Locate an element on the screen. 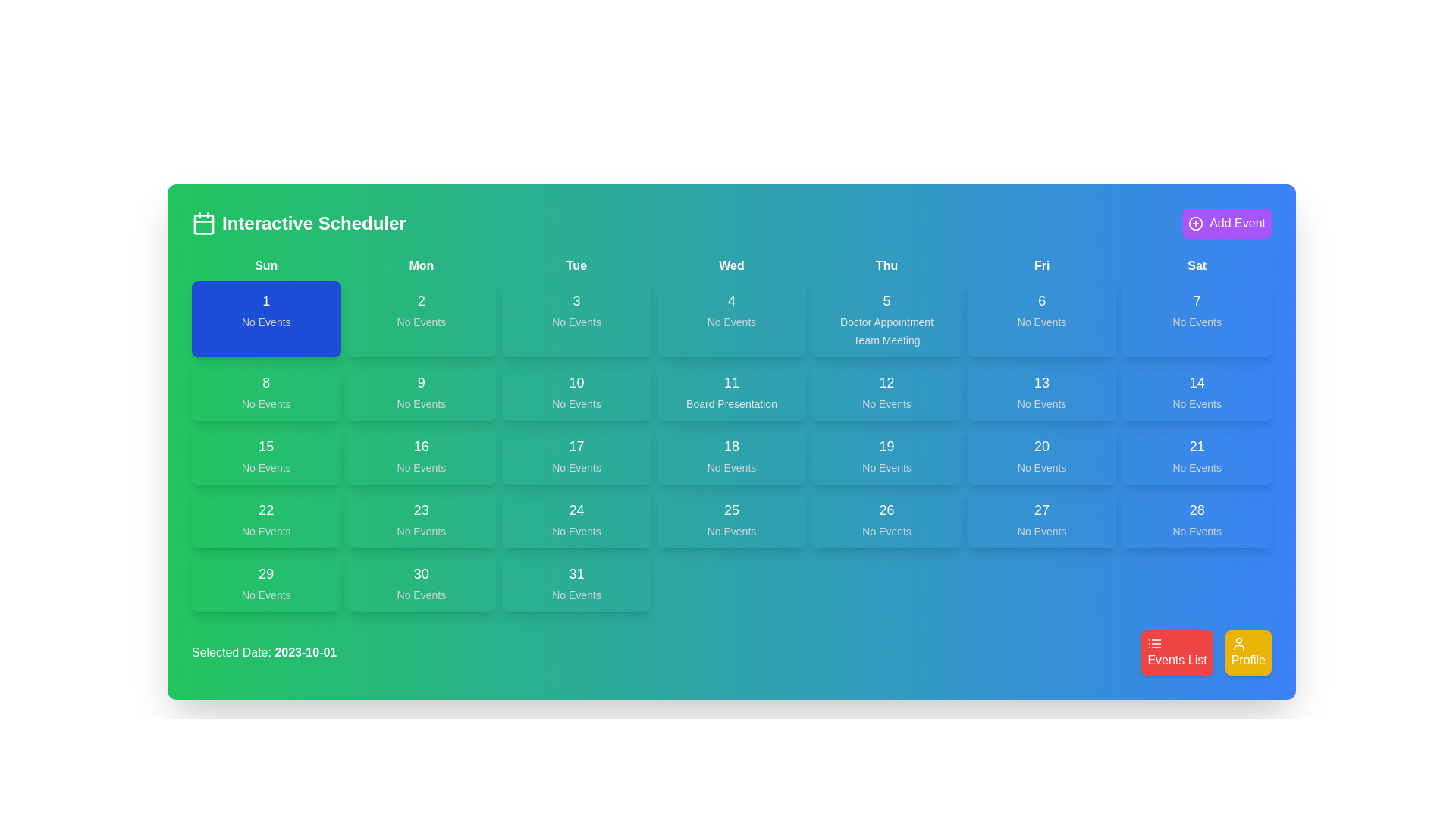  the text element displaying the day number of a calendar date, located within the lower portion of a clickable card in the calendar grid layout is located at coordinates (266, 573).